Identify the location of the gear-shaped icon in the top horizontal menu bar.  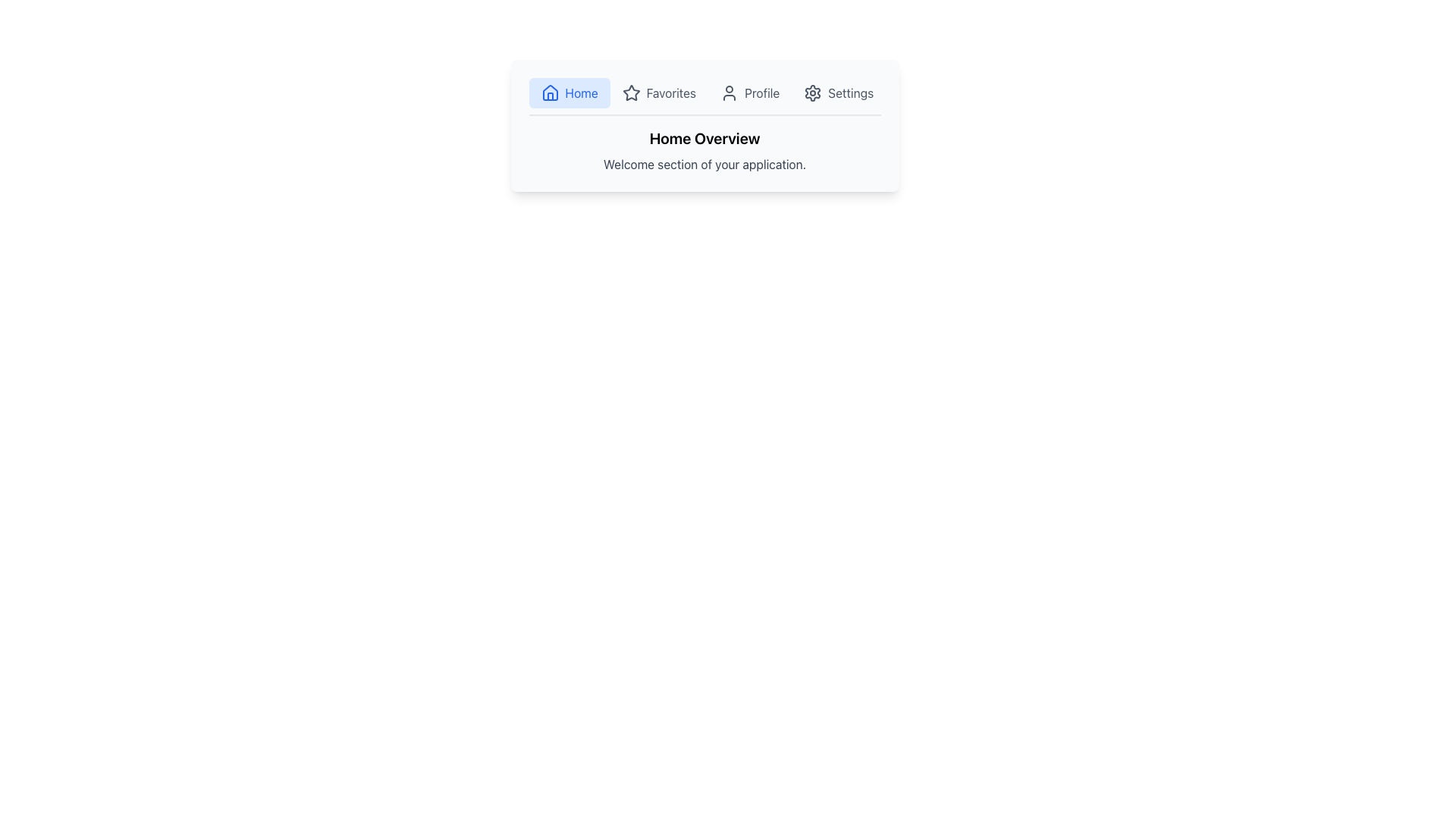
(812, 93).